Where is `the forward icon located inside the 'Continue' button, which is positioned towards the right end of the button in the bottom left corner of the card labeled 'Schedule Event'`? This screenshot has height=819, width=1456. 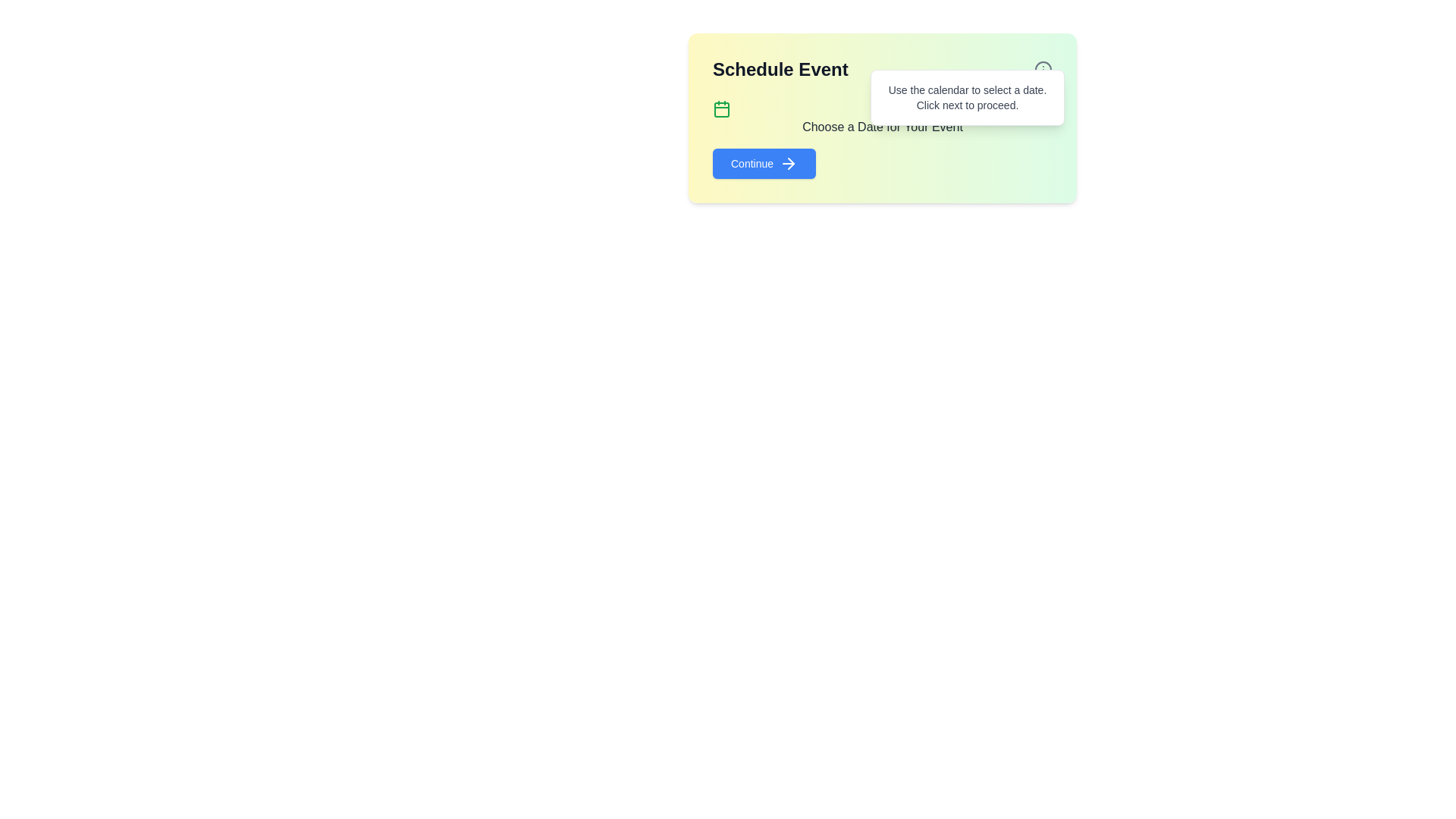 the forward icon located inside the 'Continue' button, which is positioned towards the right end of the button in the bottom left corner of the card labeled 'Schedule Event' is located at coordinates (789, 164).